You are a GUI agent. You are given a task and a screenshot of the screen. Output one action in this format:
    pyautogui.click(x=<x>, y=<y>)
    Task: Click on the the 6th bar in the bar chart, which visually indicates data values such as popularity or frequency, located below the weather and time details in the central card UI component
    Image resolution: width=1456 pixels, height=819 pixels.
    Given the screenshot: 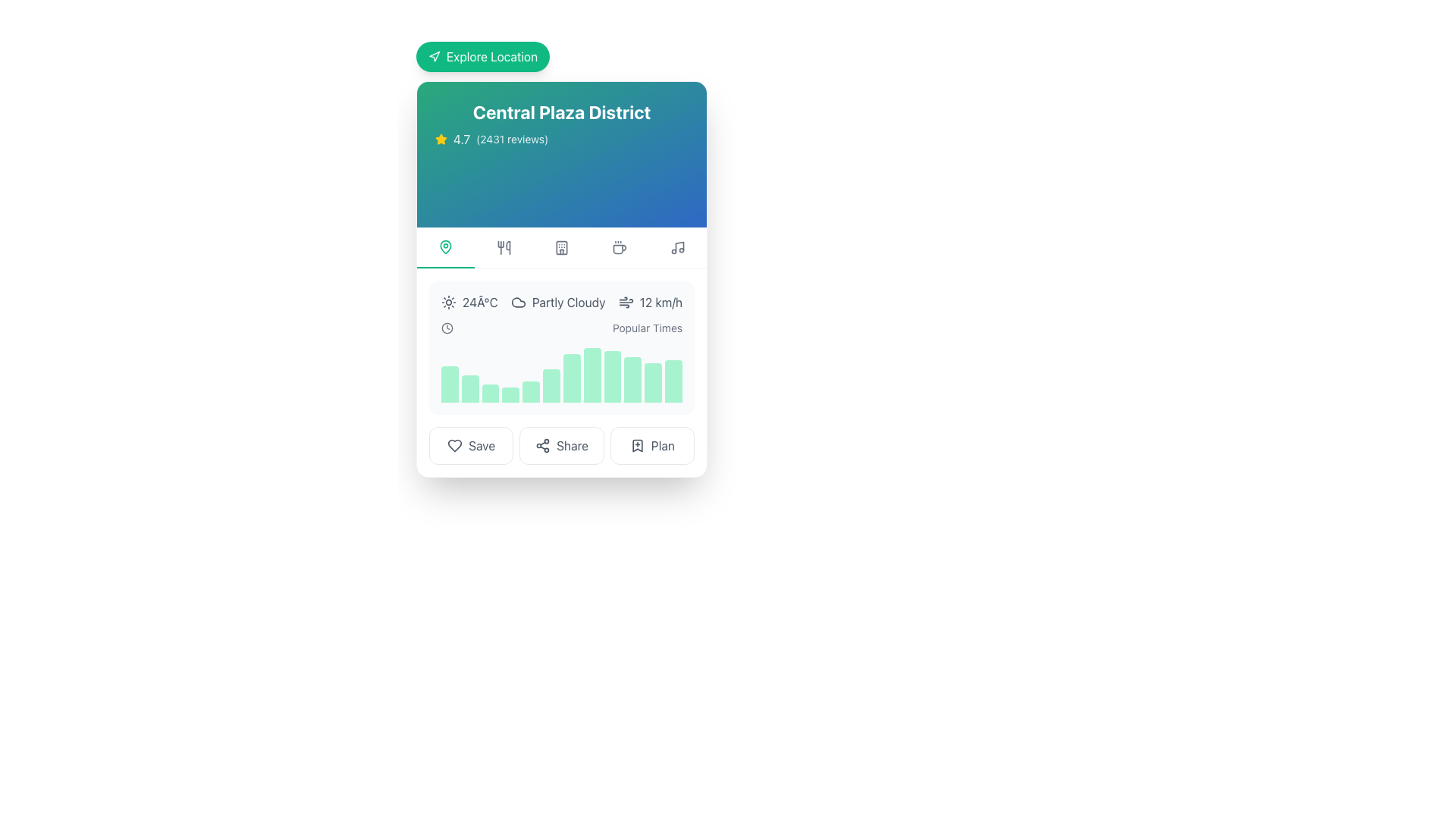 What is the action you would take?
    pyautogui.click(x=551, y=385)
    